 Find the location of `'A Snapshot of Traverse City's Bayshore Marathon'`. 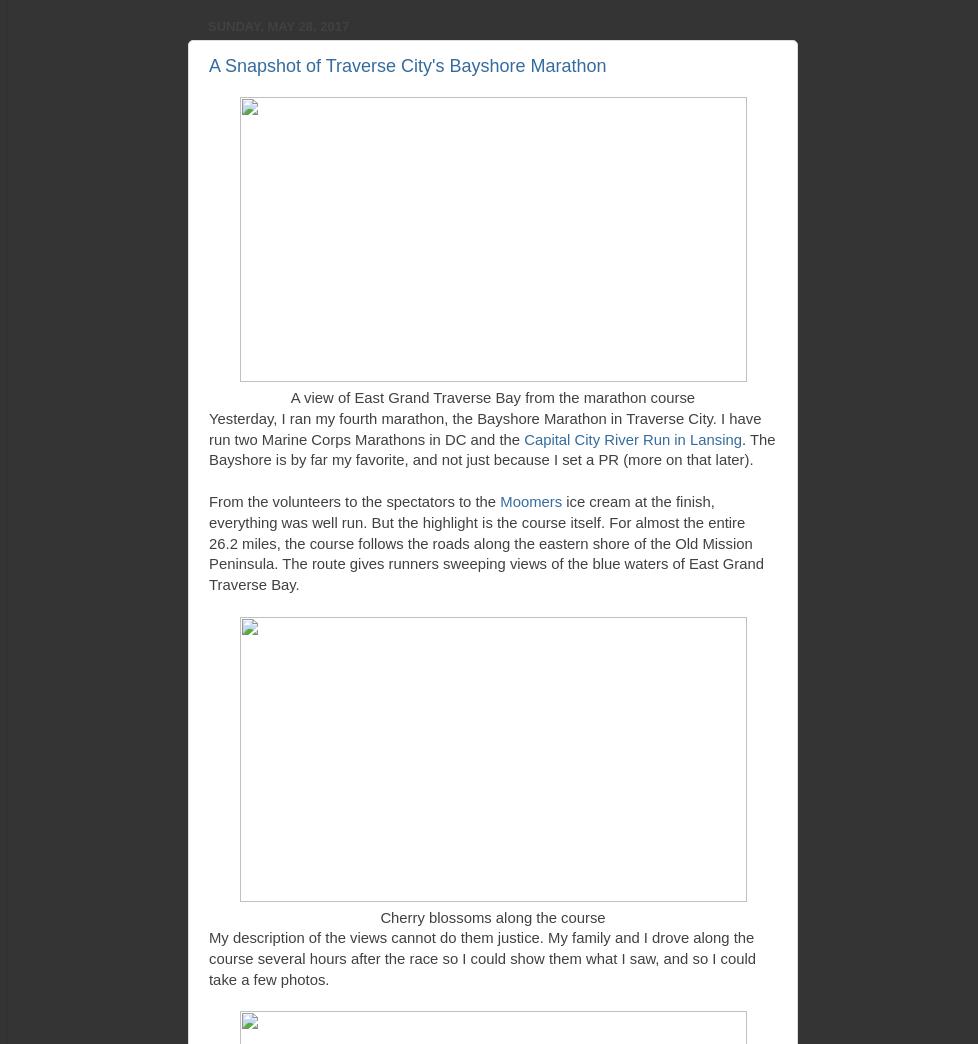

'A Snapshot of Traverse City's Bayshore Marathon' is located at coordinates (406, 64).